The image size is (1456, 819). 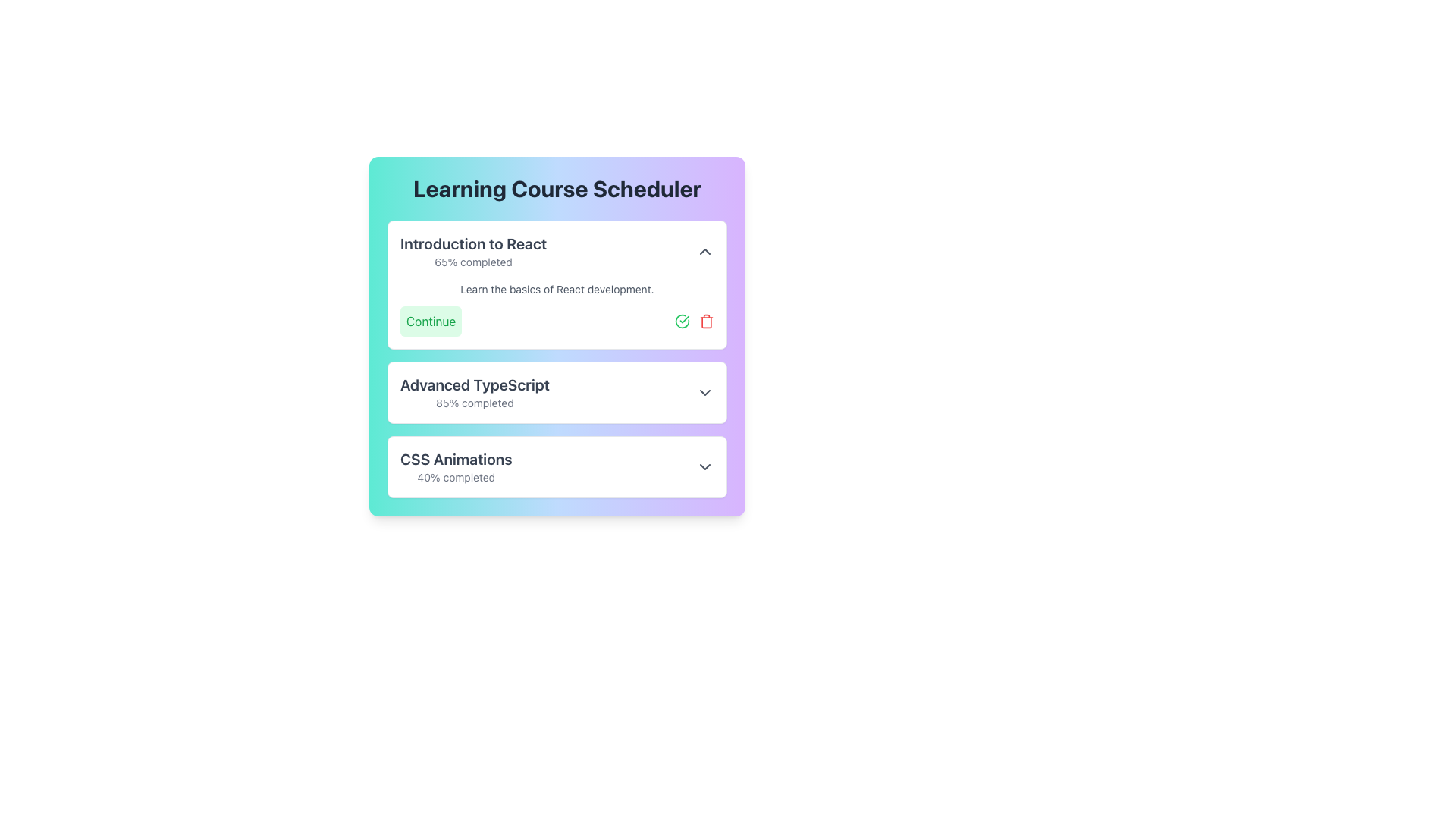 What do you see at coordinates (474, 403) in the screenshot?
I see `the progress indicator text displaying the percentage completion of the 'Advanced TypeScript' course module located in the second course block of the 'Learning Course Scheduler' interface` at bounding box center [474, 403].